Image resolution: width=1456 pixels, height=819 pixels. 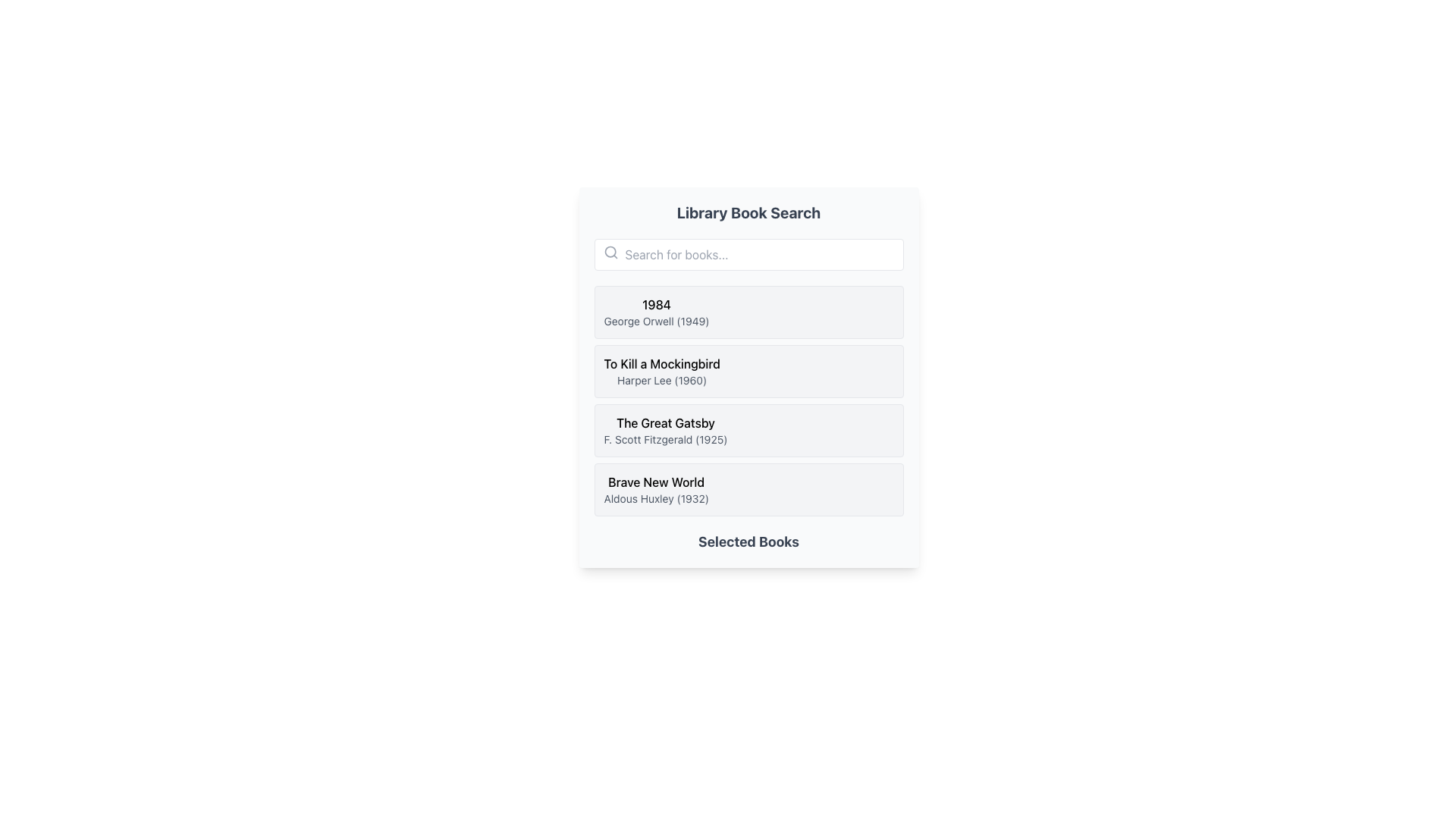 What do you see at coordinates (657, 321) in the screenshot?
I see `the secondary text element that provides the author and publication year details for the book '1984', located directly below the title in the book list` at bounding box center [657, 321].